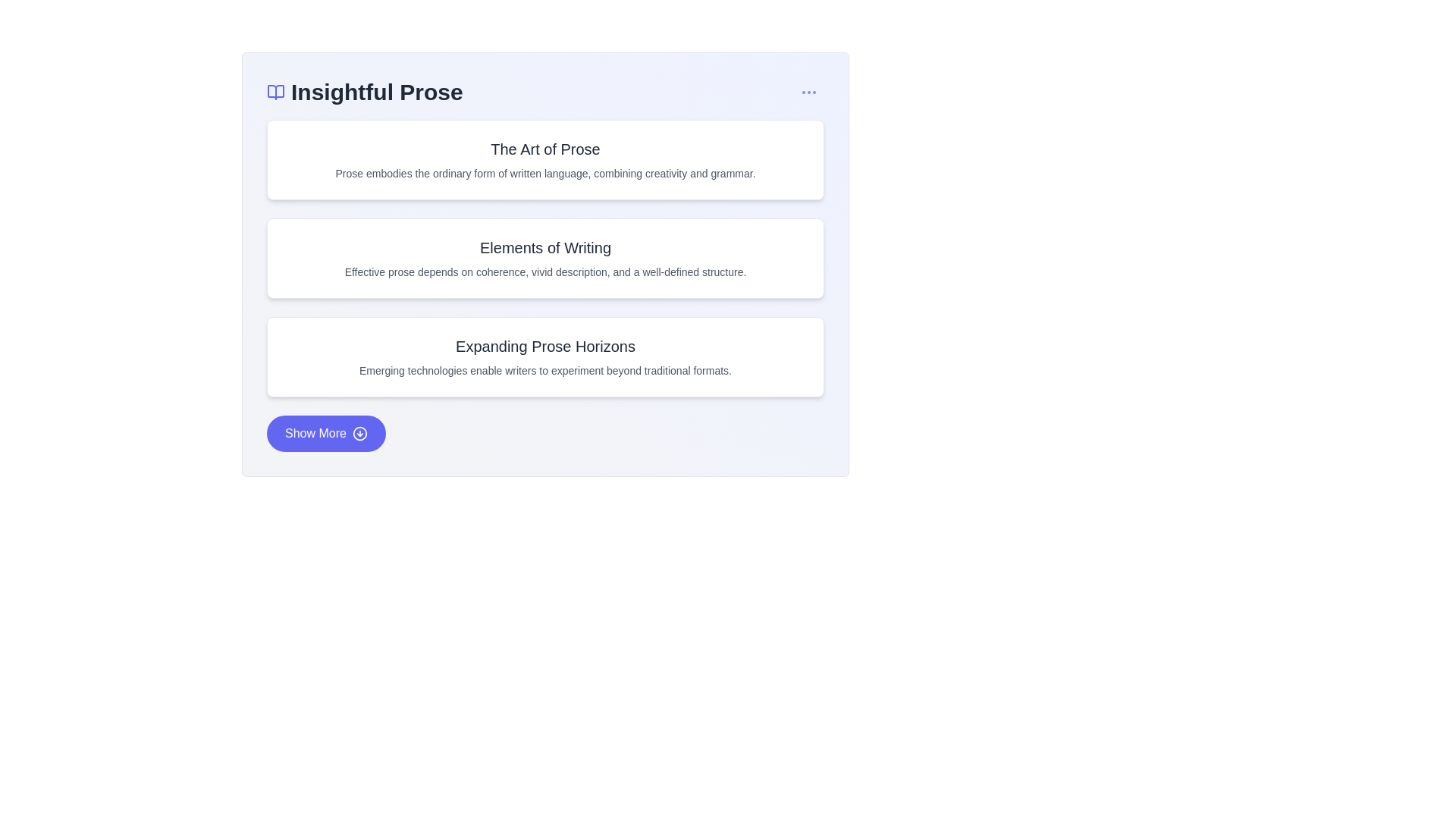  What do you see at coordinates (359, 433) in the screenshot?
I see `the decorative icon with a purple outline and a downward-pointing arrow located to the right of the 'Show More' button text` at bounding box center [359, 433].